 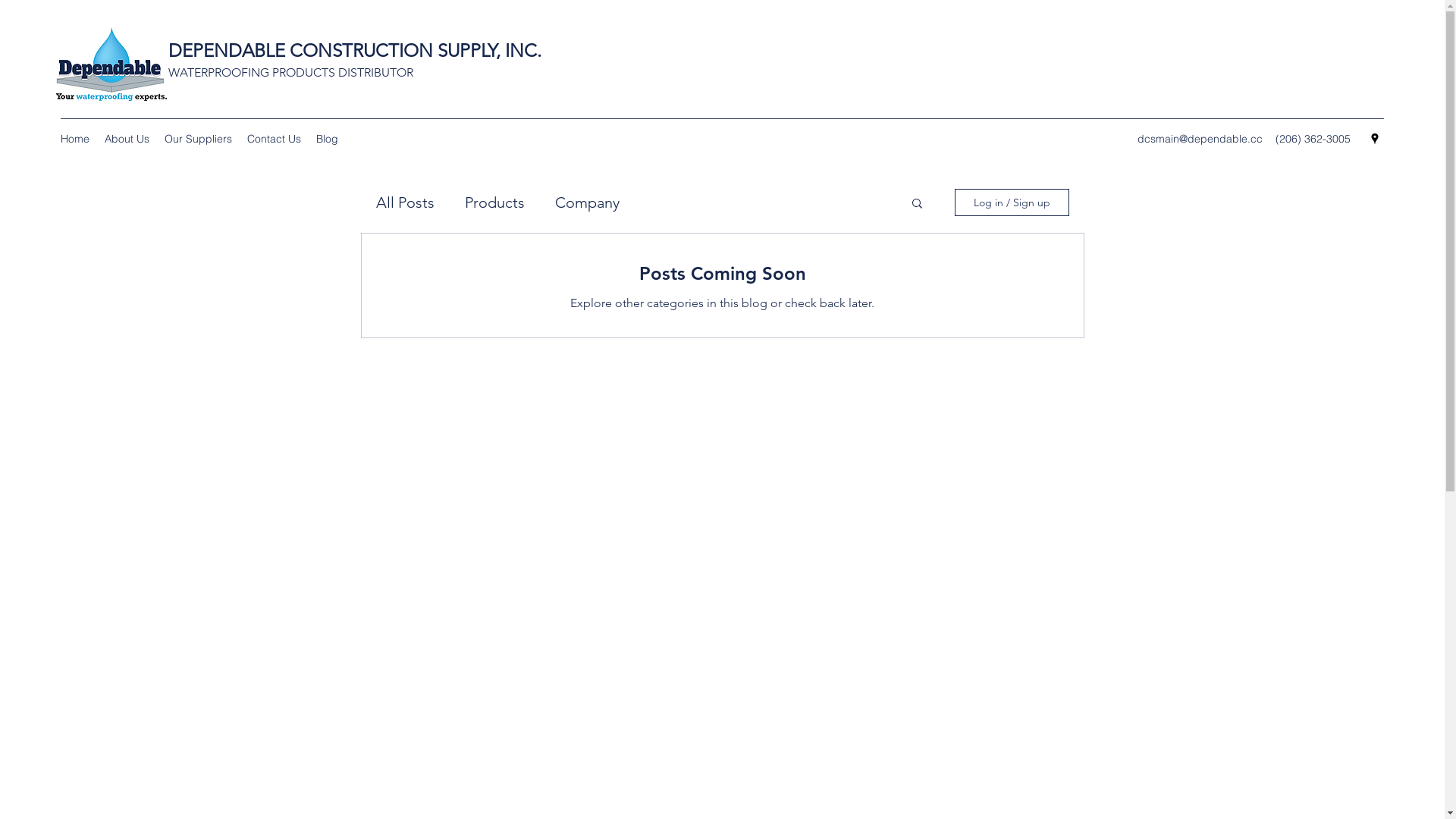 What do you see at coordinates (1199, 138) in the screenshot?
I see `'dcsmain@dependable.cc'` at bounding box center [1199, 138].